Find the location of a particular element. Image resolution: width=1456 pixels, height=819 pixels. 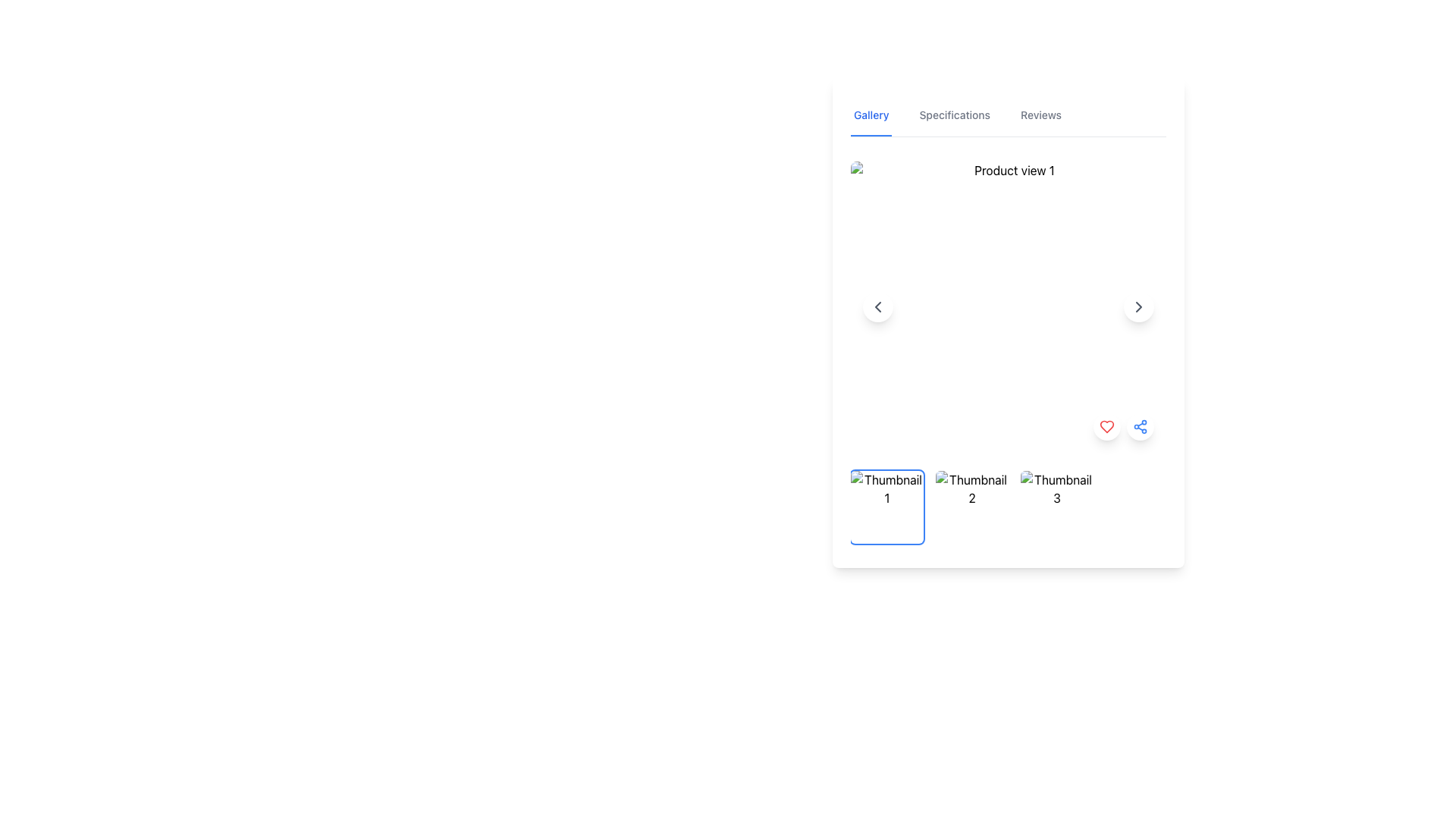

the 'Specifications' text label in the navigation bar is located at coordinates (954, 115).